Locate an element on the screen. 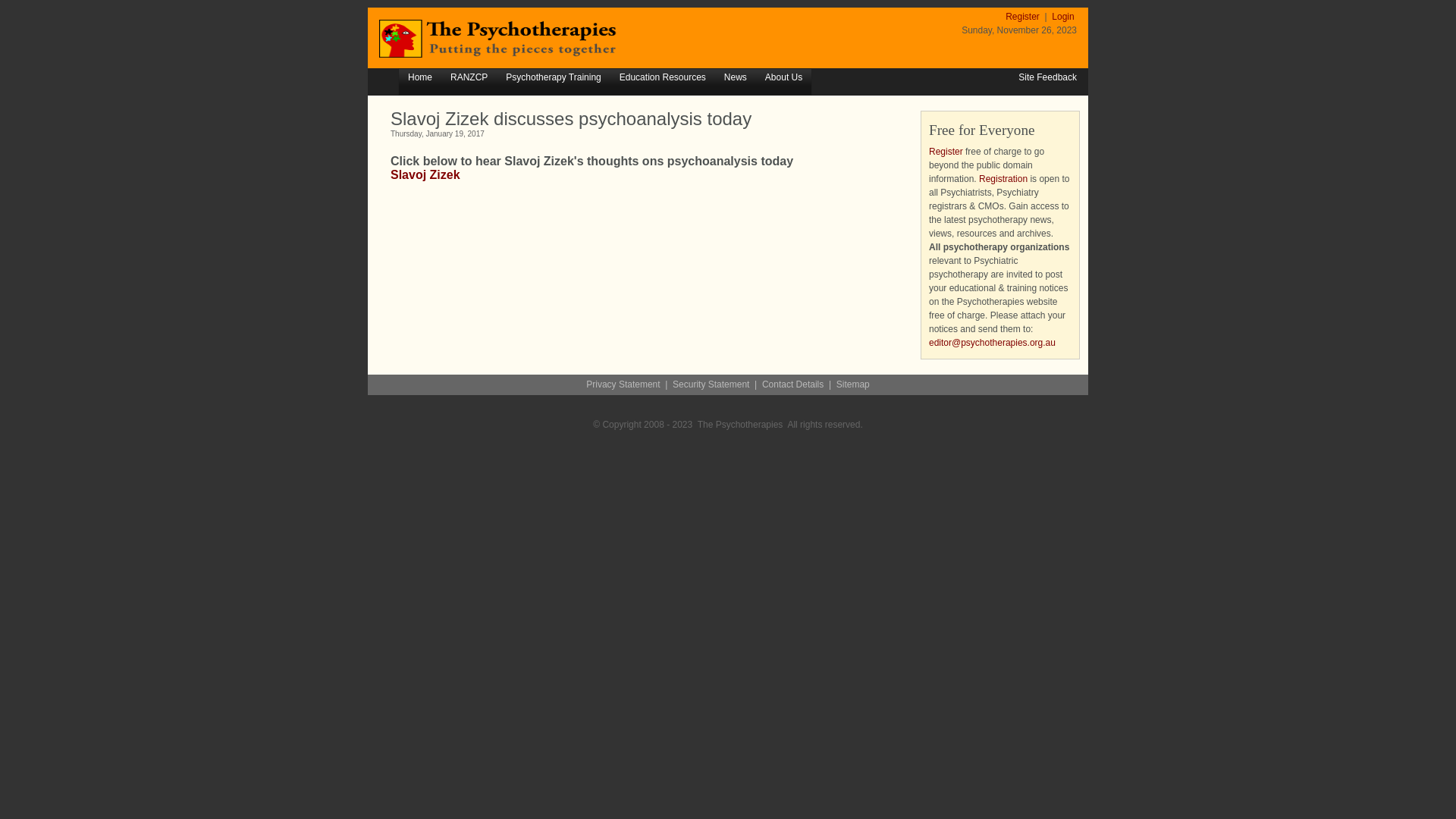  'Registration' is located at coordinates (1003, 177).